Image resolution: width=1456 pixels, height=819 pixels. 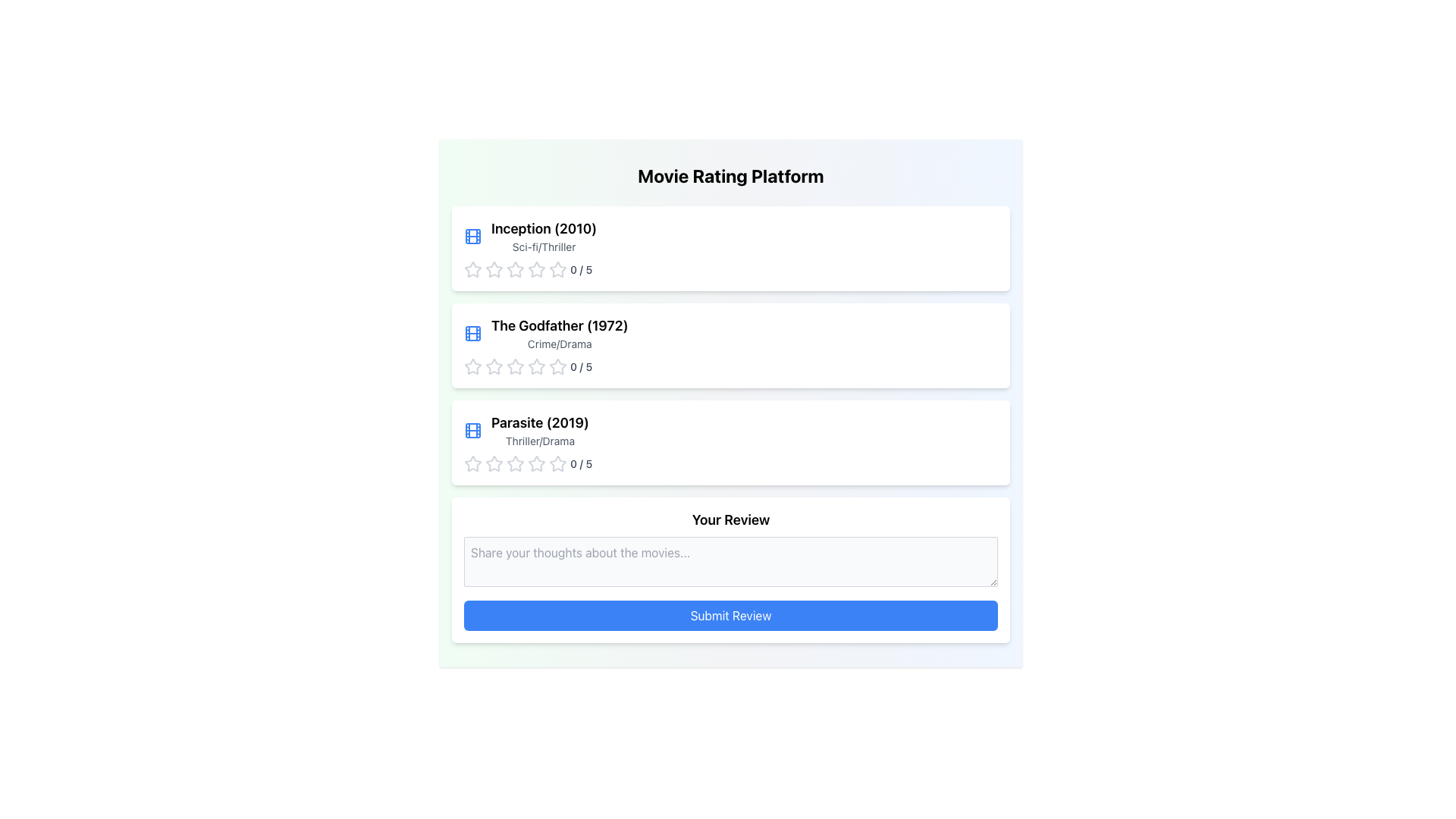 I want to click on the second star icon in the horizontal arrangement of rating icons for the movie 'Parasite (2019)' to rate it, so click(x=494, y=463).